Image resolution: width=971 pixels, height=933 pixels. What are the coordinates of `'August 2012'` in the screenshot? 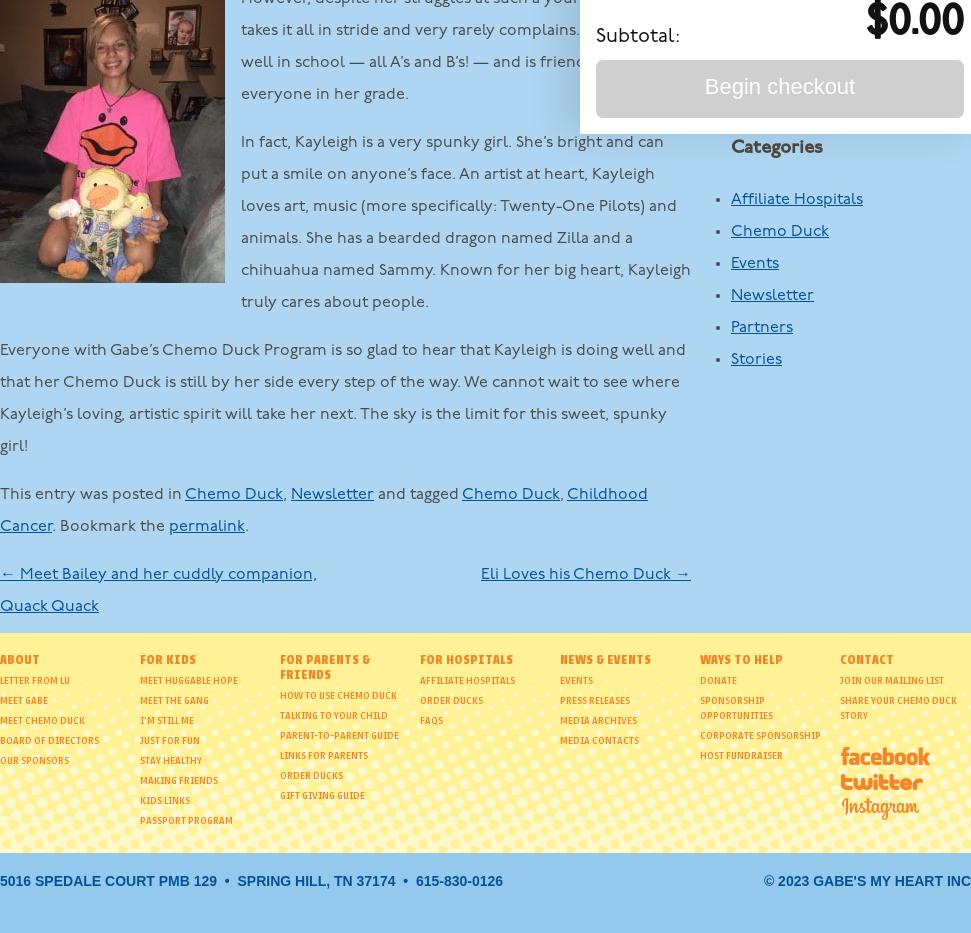 It's located at (773, 69).